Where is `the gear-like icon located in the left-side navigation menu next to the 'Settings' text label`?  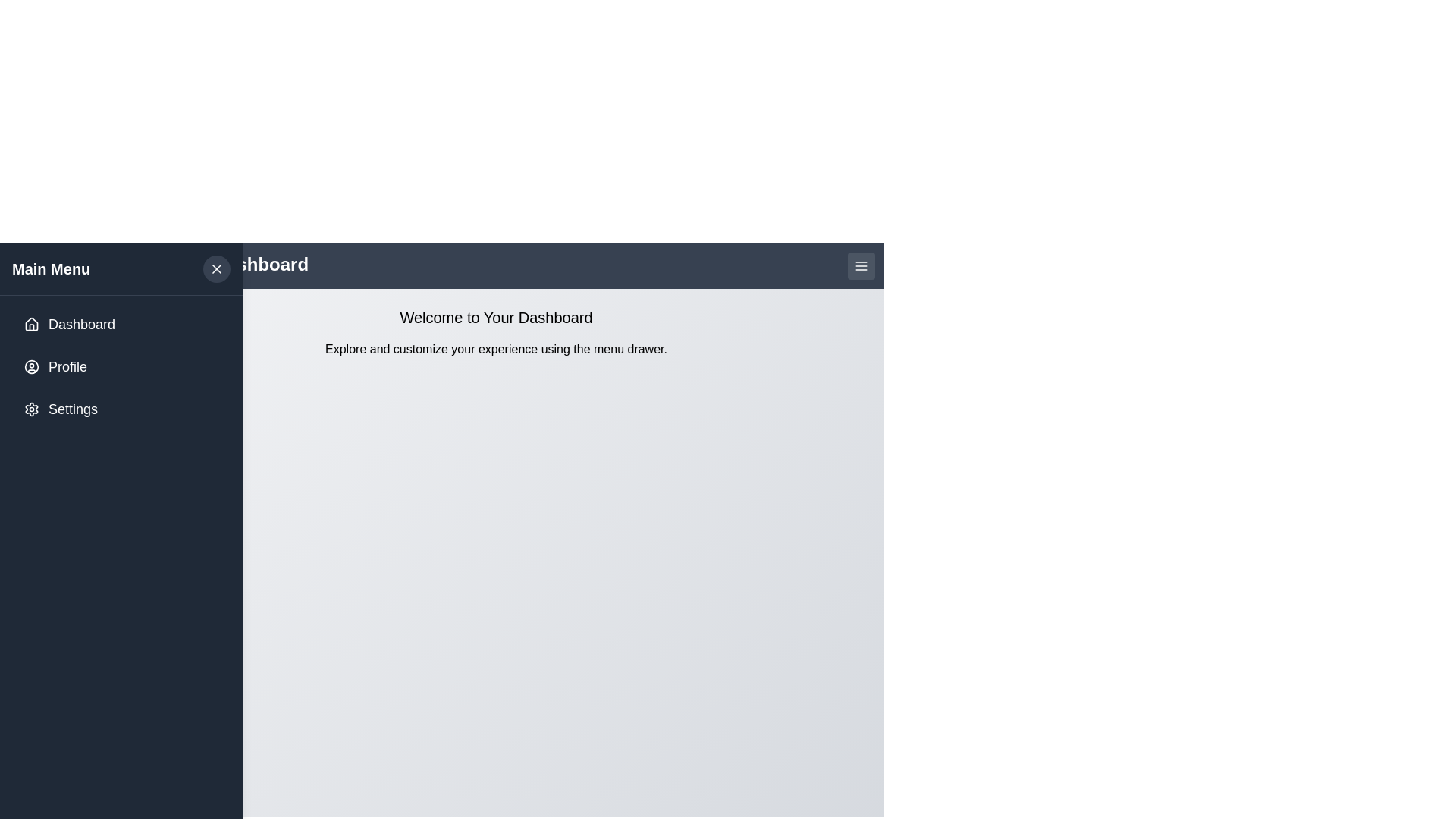 the gear-like icon located in the left-side navigation menu next to the 'Settings' text label is located at coordinates (32, 409).